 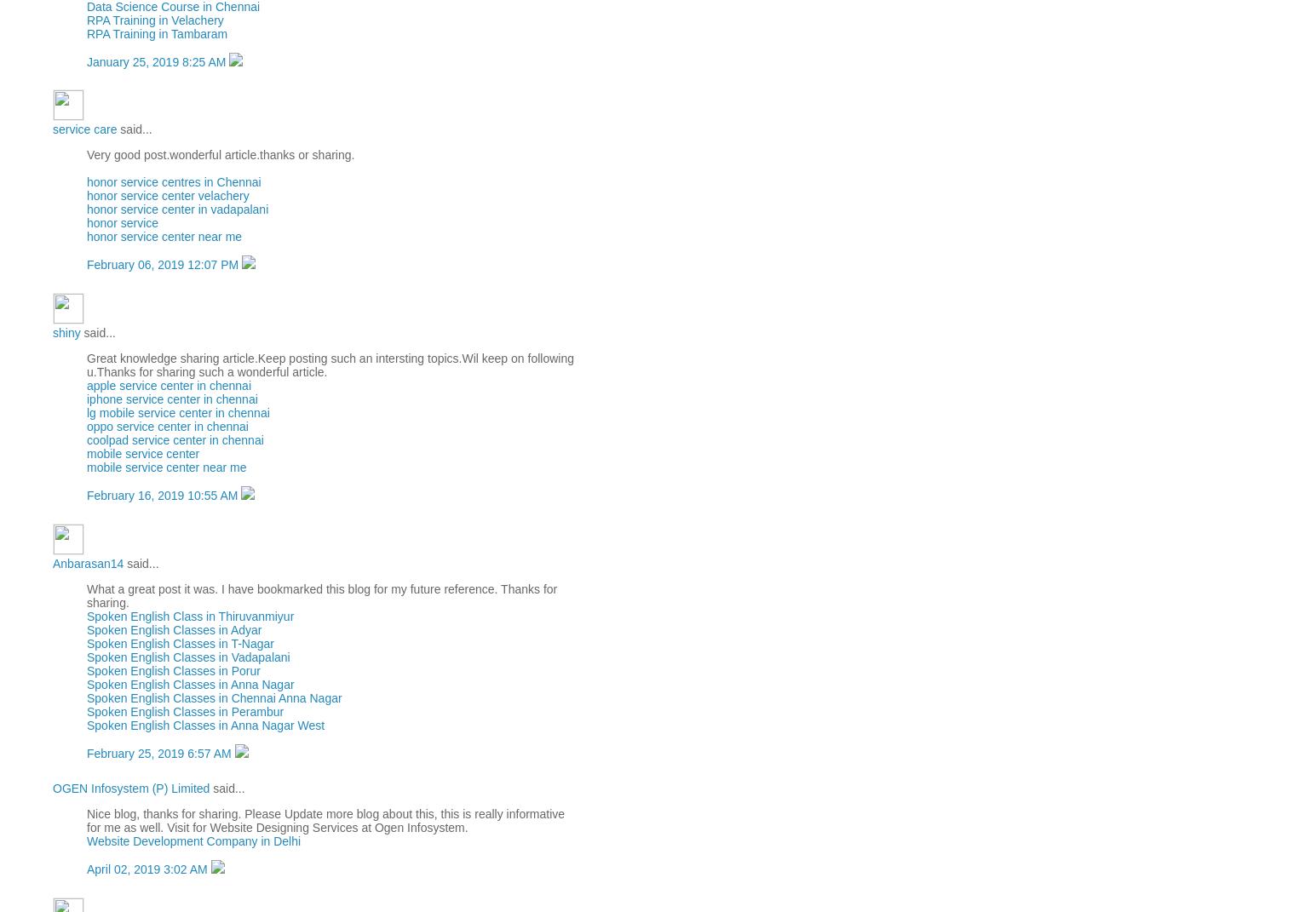 I want to click on 'Spoken English Classes in Vadapalani', so click(x=187, y=656).